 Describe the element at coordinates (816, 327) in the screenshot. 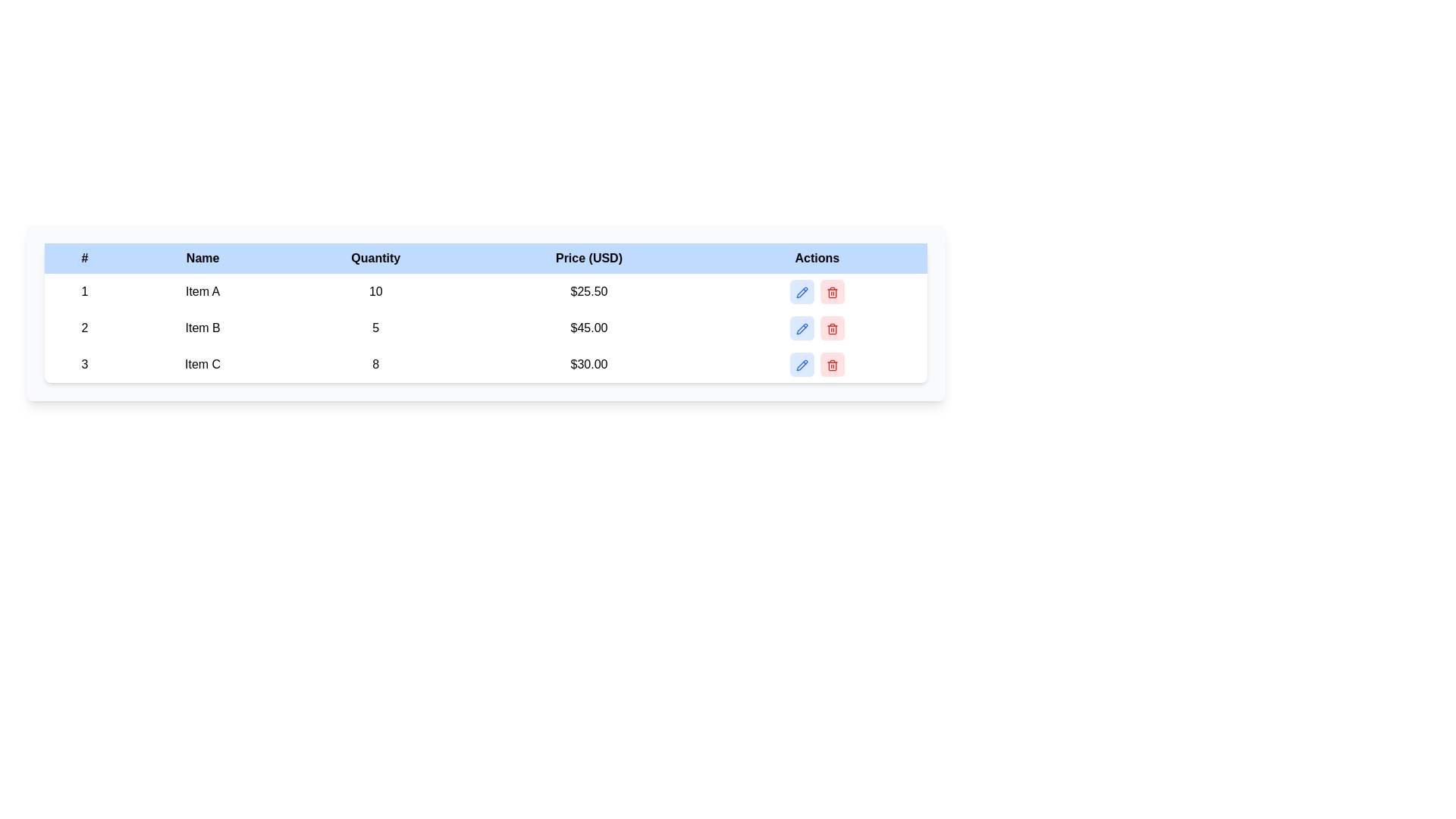

I see `the edit button located in the 'Actions' column of the second row of the table to initiate an edit action` at that location.